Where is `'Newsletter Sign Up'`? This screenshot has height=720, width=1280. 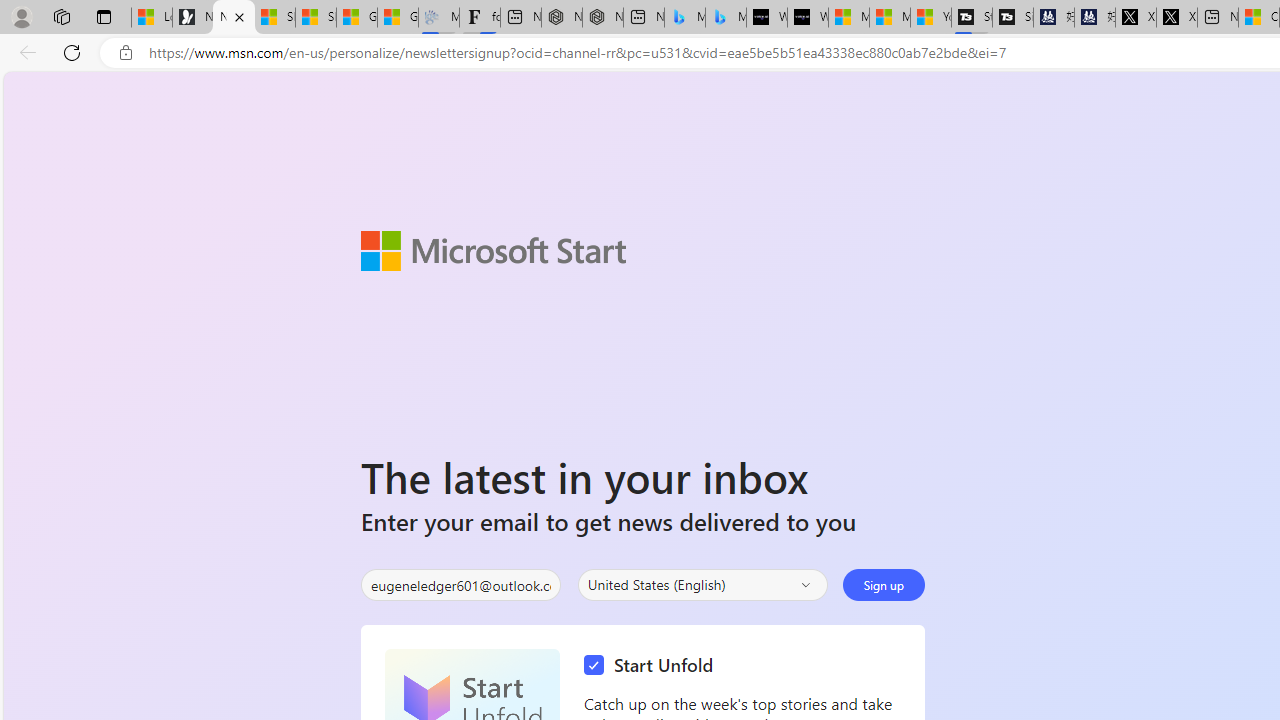 'Newsletter Sign Up' is located at coordinates (233, 17).